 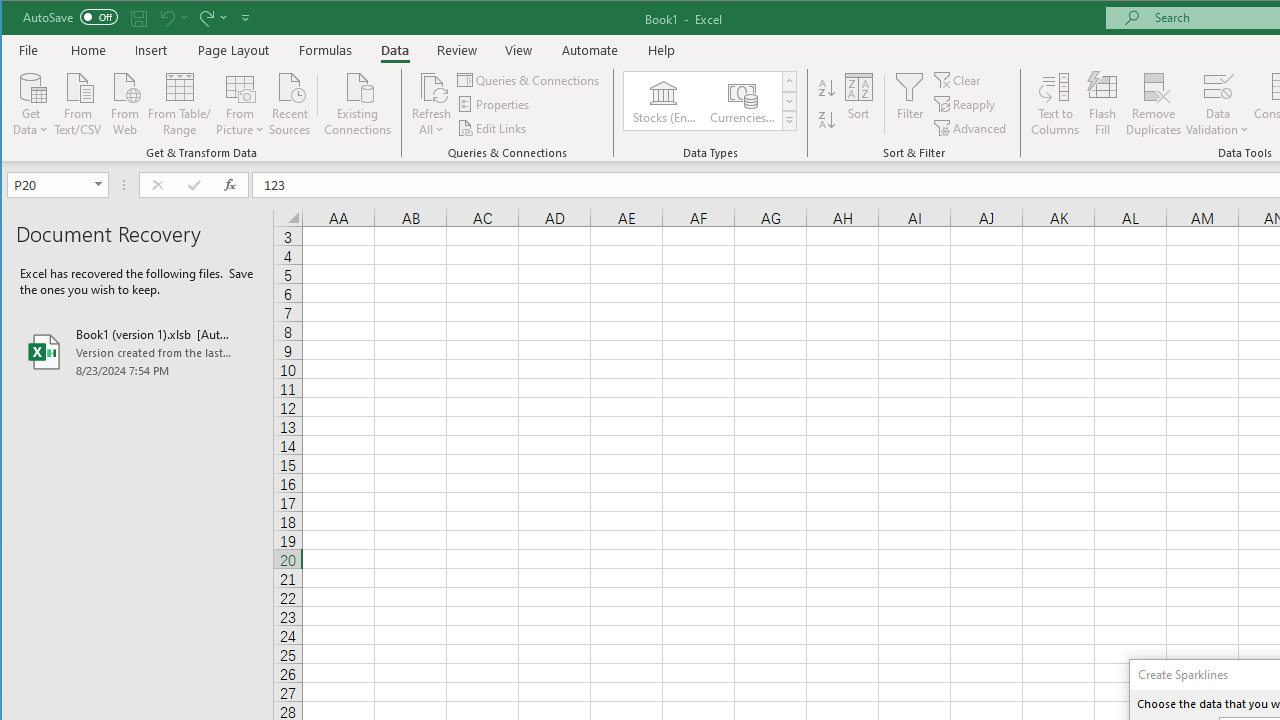 What do you see at coordinates (179, 102) in the screenshot?
I see `'From Table/Range'` at bounding box center [179, 102].